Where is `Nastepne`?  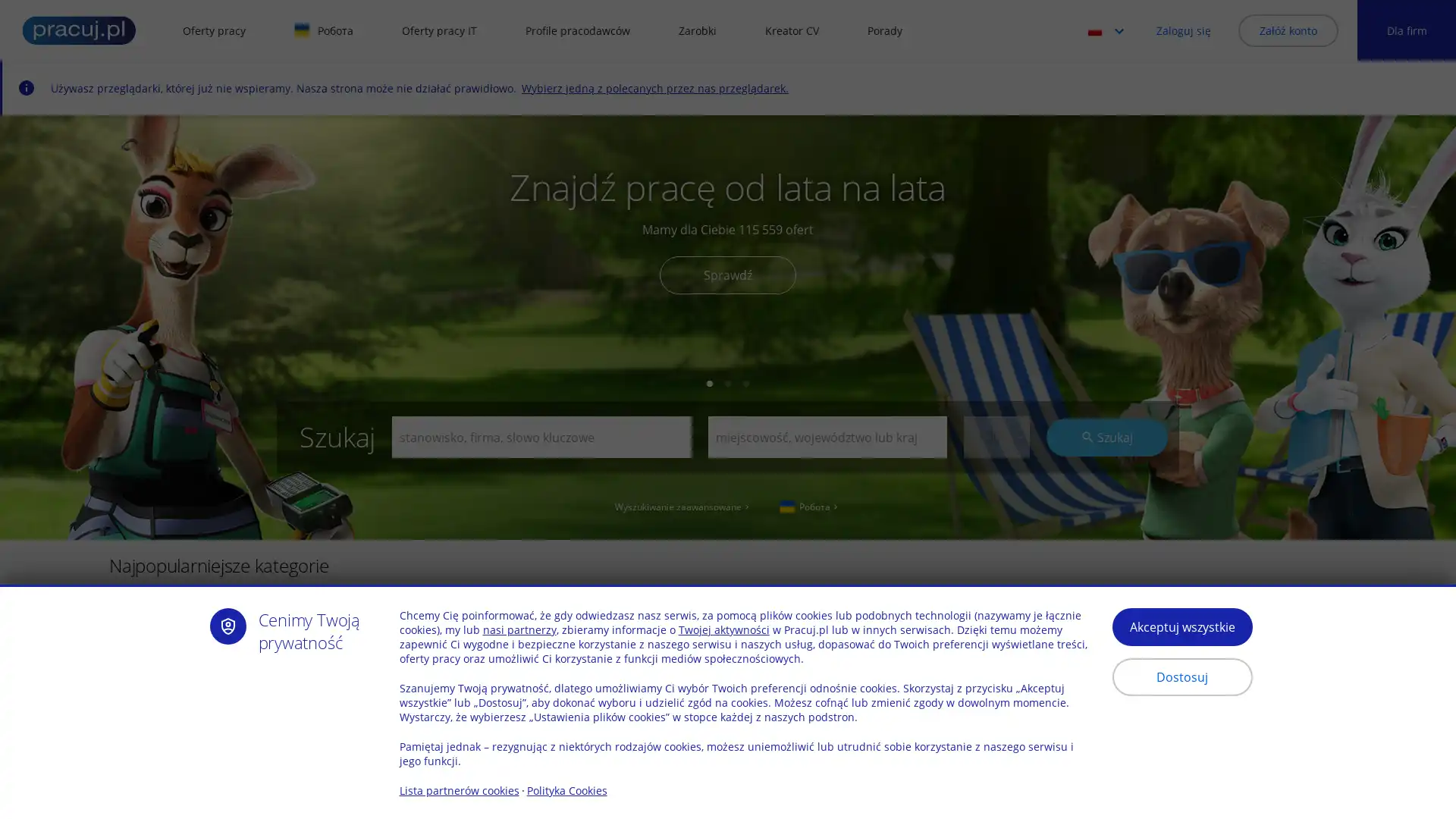
Nastepne is located at coordinates (1392, 626).